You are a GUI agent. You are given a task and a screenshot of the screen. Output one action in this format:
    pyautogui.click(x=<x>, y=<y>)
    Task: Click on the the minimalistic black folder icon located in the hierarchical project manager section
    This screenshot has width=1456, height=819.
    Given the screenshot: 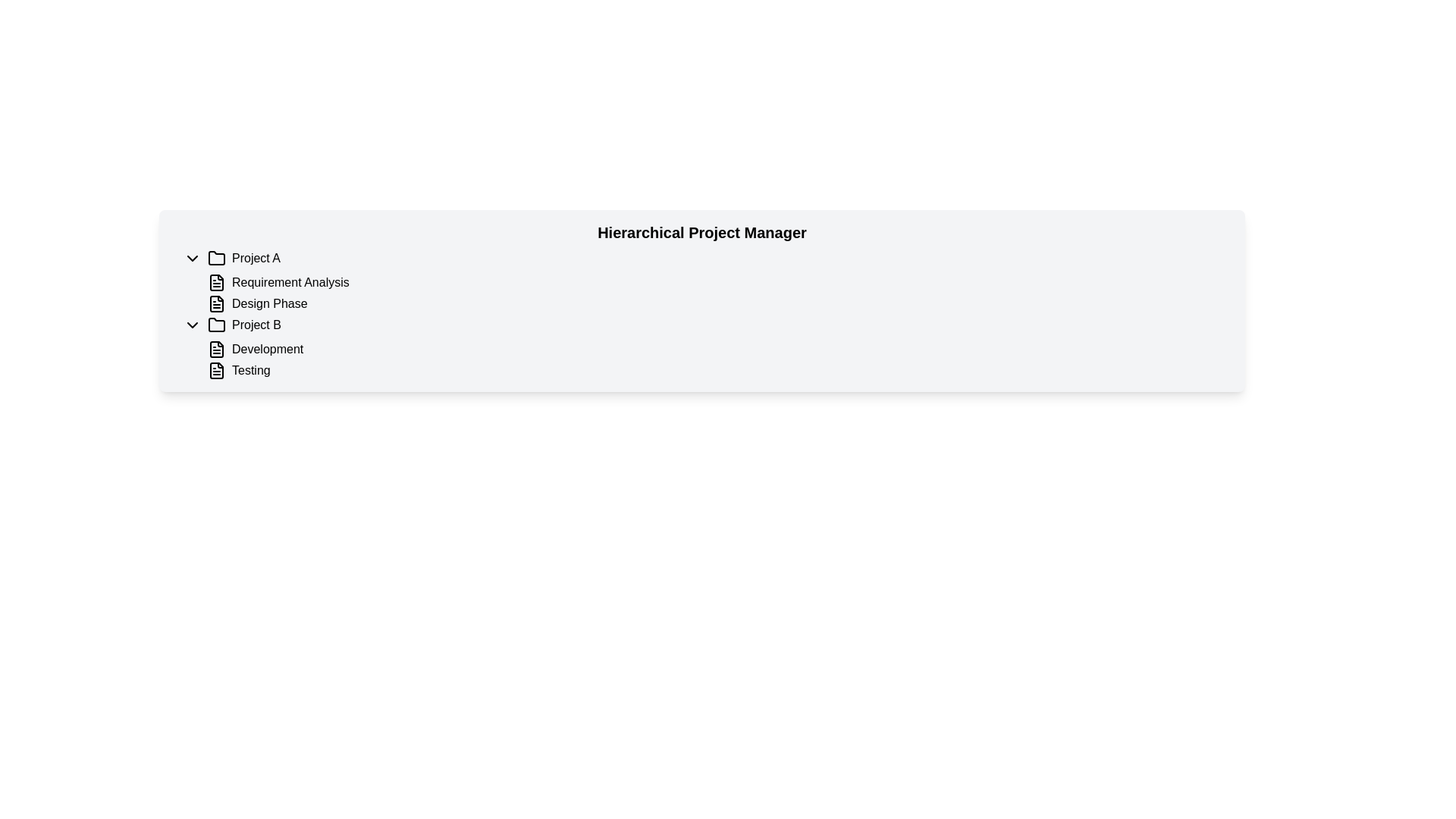 What is the action you would take?
    pyautogui.click(x=216, y=324)
    